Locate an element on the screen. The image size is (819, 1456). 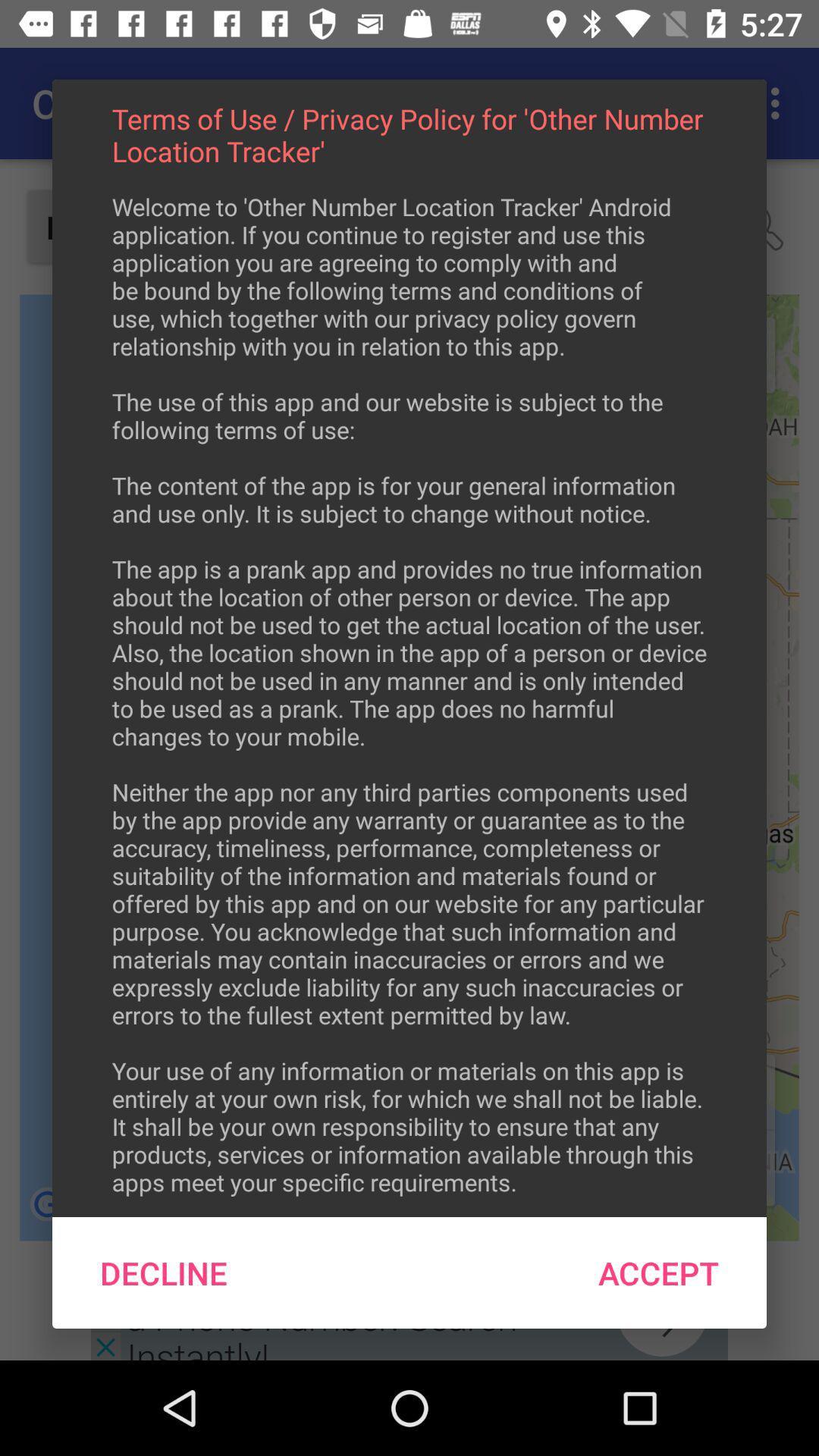
item below the welcome to other icon is located at coordinates (657, 1272).